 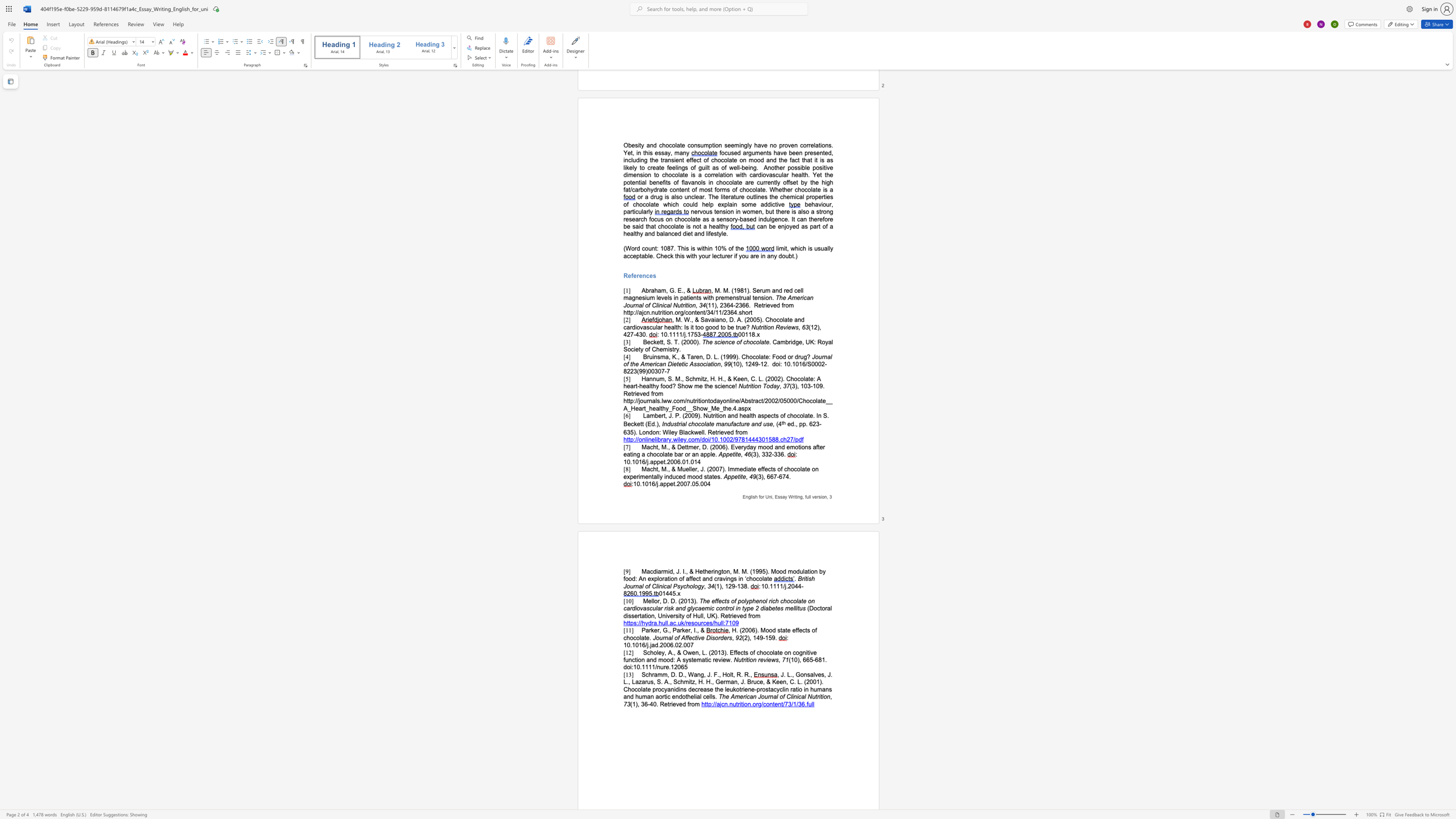 What do you see at coordinates (746, 660) in the screenshot?
I see `the subset text "tion reviews" within the text "Nutrition reviews"` at bounding box center [746, 660].